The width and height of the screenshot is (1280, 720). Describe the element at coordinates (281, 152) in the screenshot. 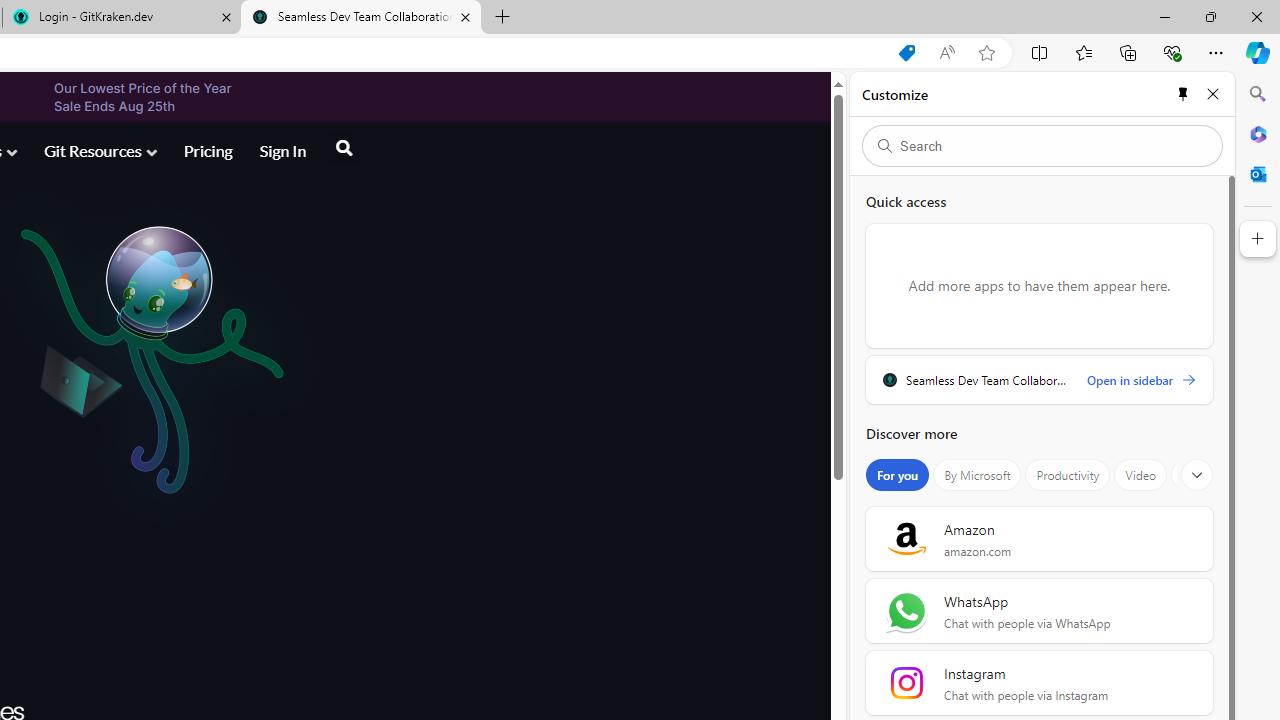

I see `'Sign In'` at that location.